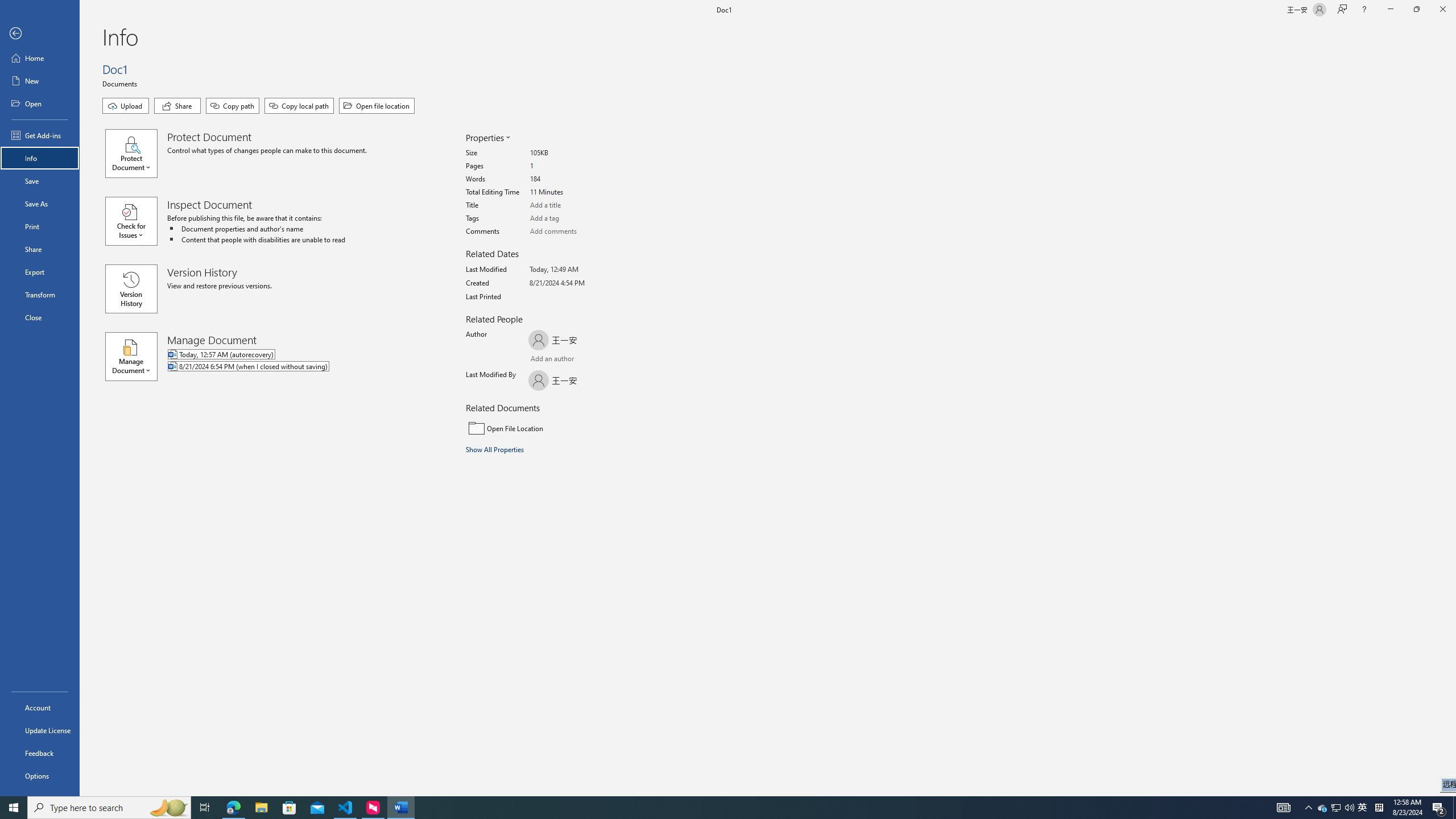  What do you see at coordinates (559, 359) in the screenshot?
I see `'Verify Names'` at bounding box center [559, 359].